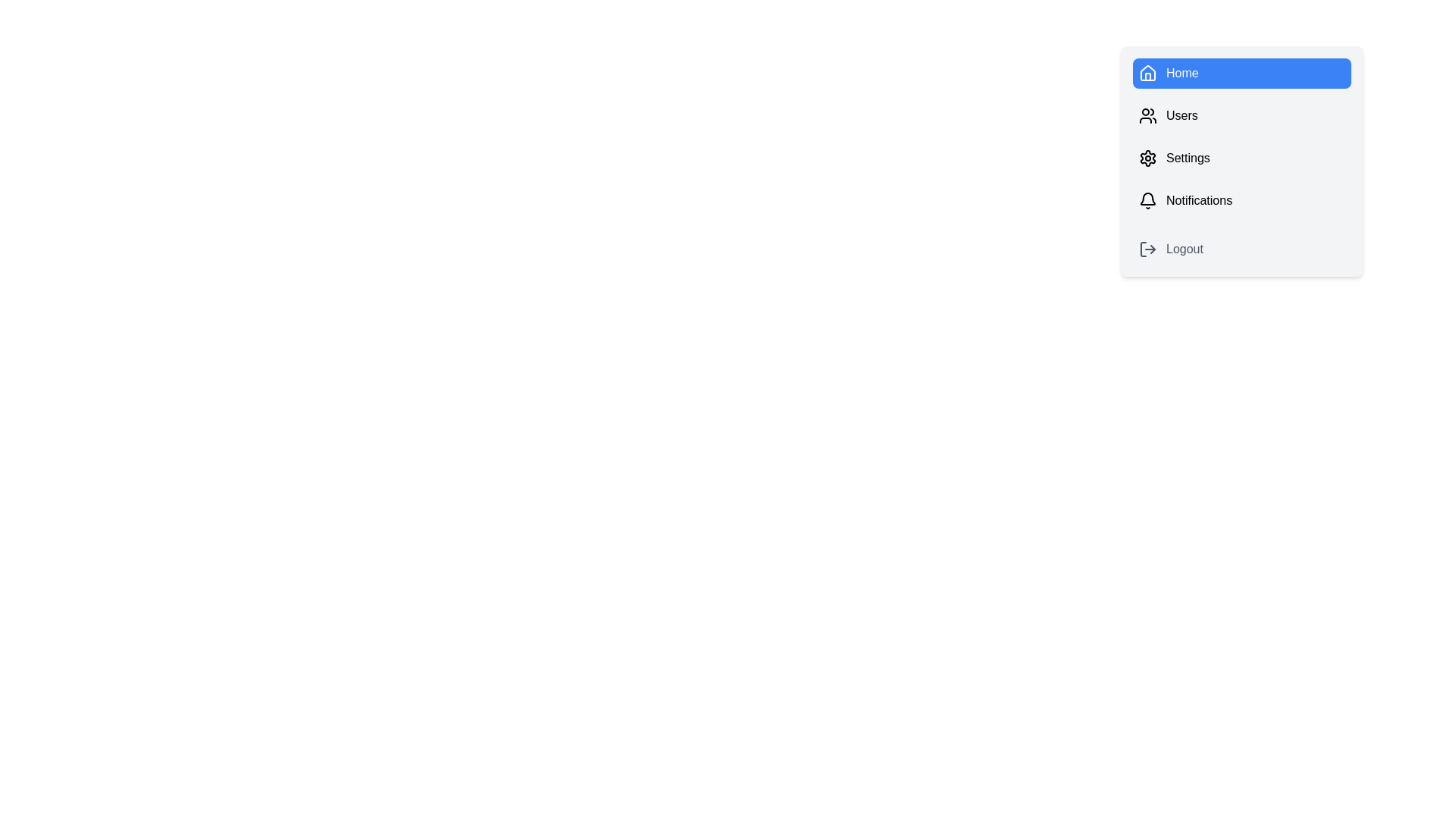  I want to click on the user group icon located to the left of the 'Users' text in the second row of the vertical sidebar menu, so click(1147, 115).